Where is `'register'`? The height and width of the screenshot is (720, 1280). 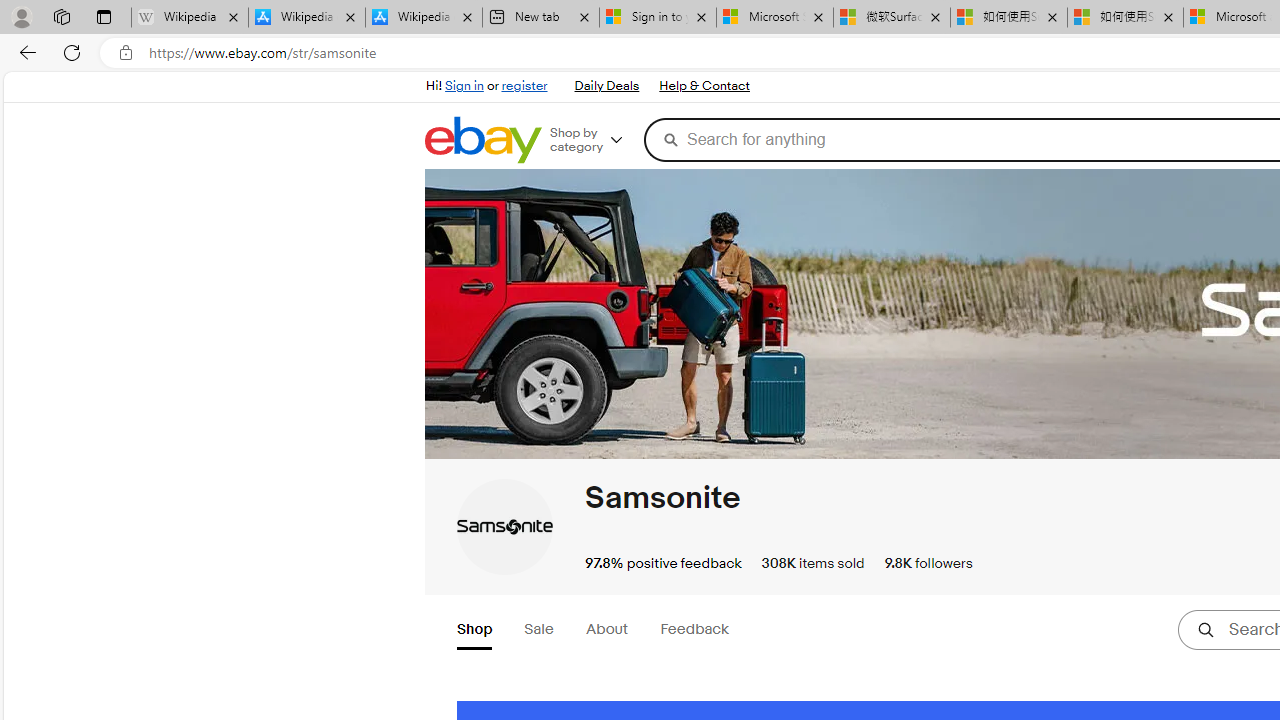 'register' is located at coordinates (524, 85).